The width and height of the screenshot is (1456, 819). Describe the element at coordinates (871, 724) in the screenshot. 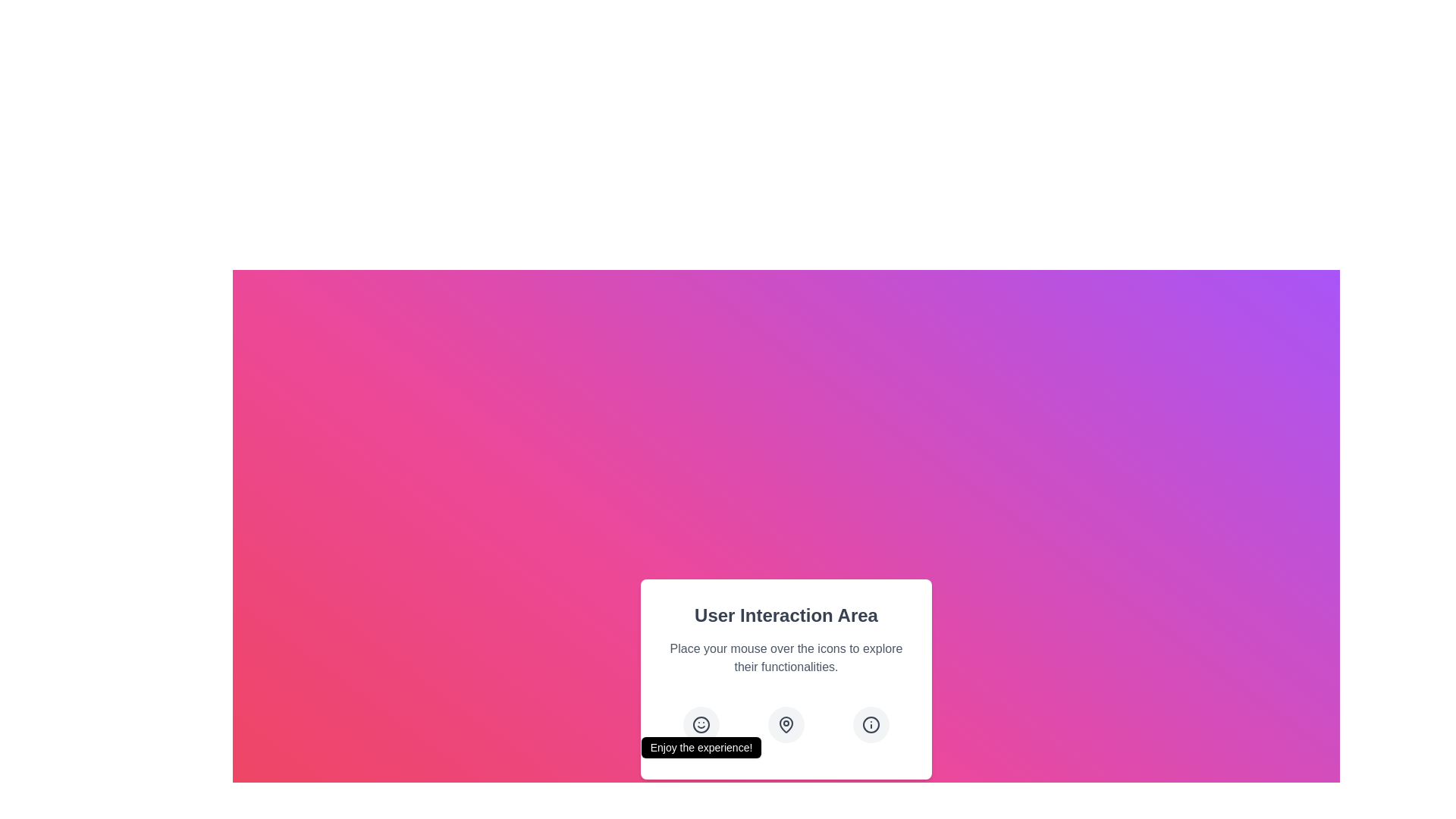

I see `the interactive button located in the lower-right corner of the three circular icons within the 'User Interaction Area' panel` at that location.